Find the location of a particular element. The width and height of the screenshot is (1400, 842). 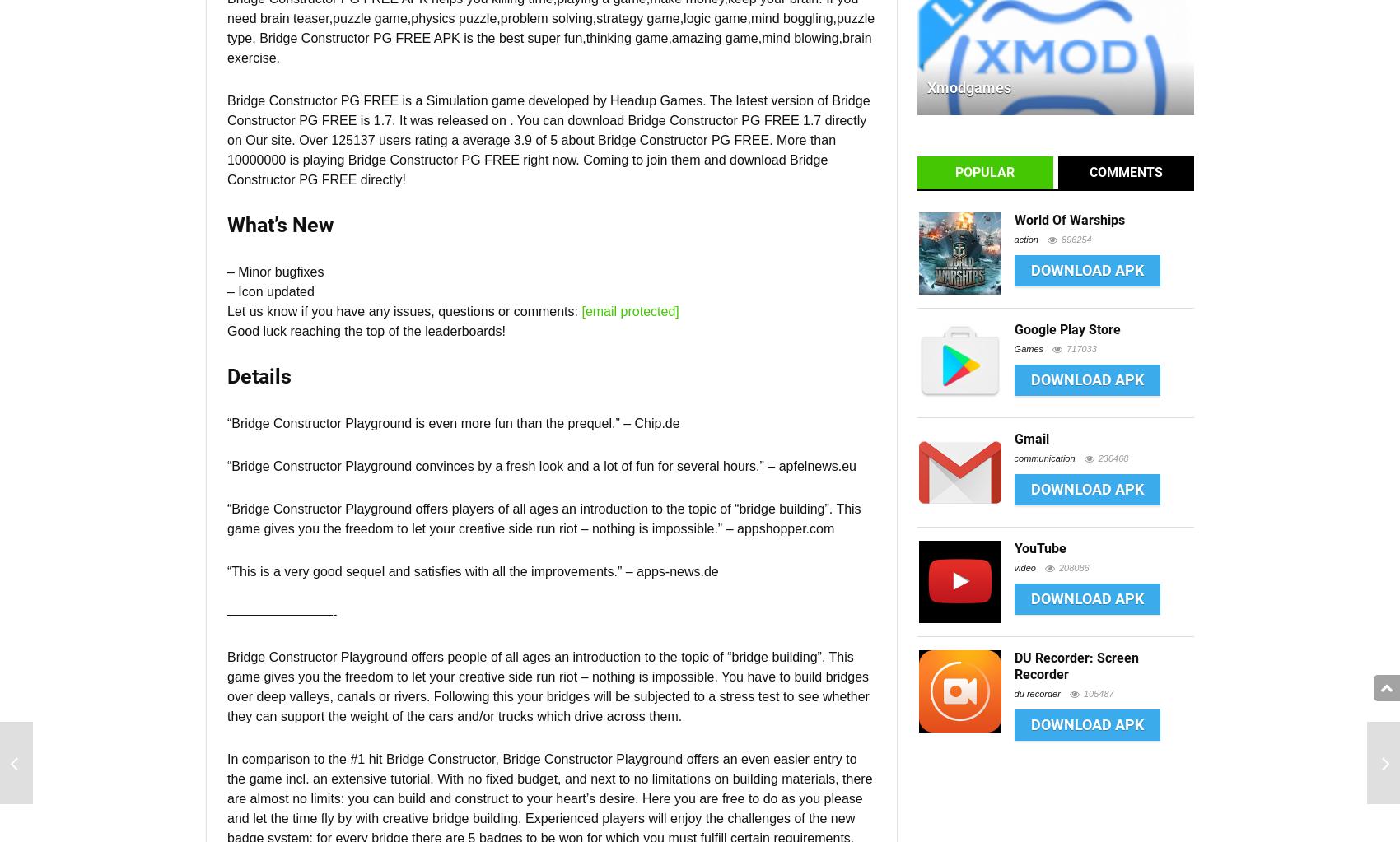

'105487' is located at coordinates (1098, 692).